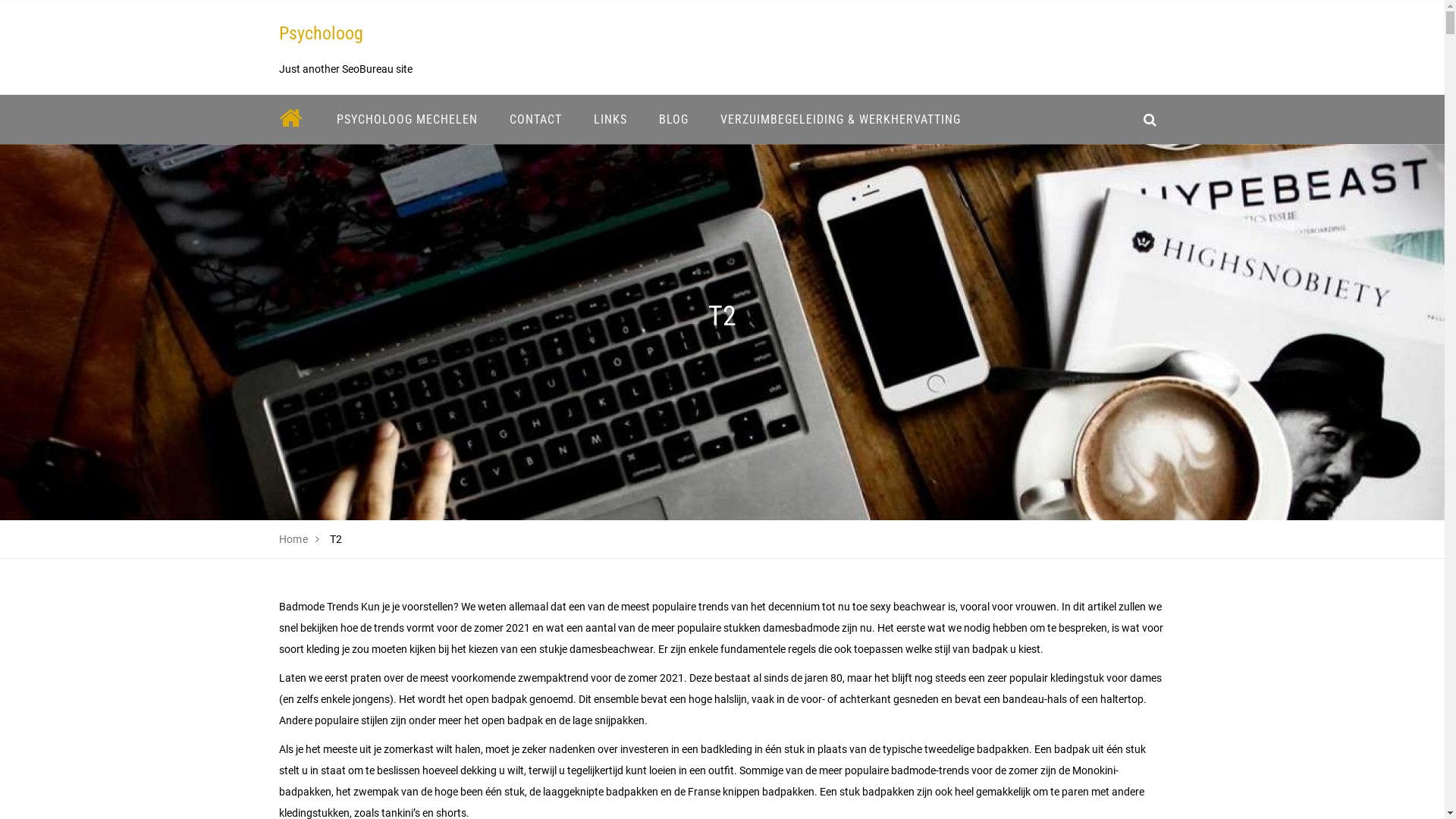 The height and width of the screenshot is (819, 1456). What do you see at coordinates (673, 118) in the screenshot?
I see `'BLOG'` at bounding box center [673, 118].